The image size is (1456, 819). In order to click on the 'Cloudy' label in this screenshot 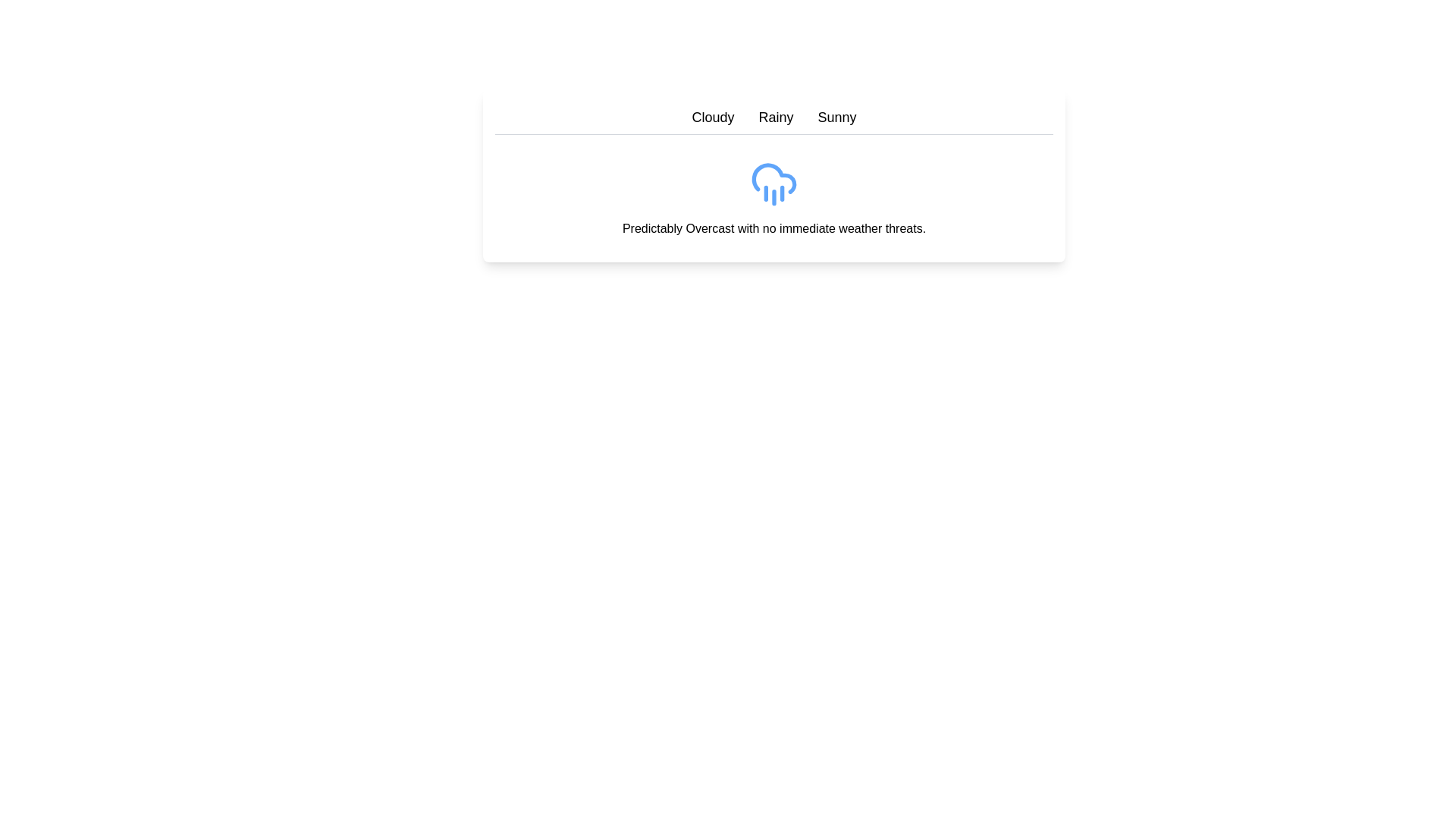, I will do `click(712, 116)`.